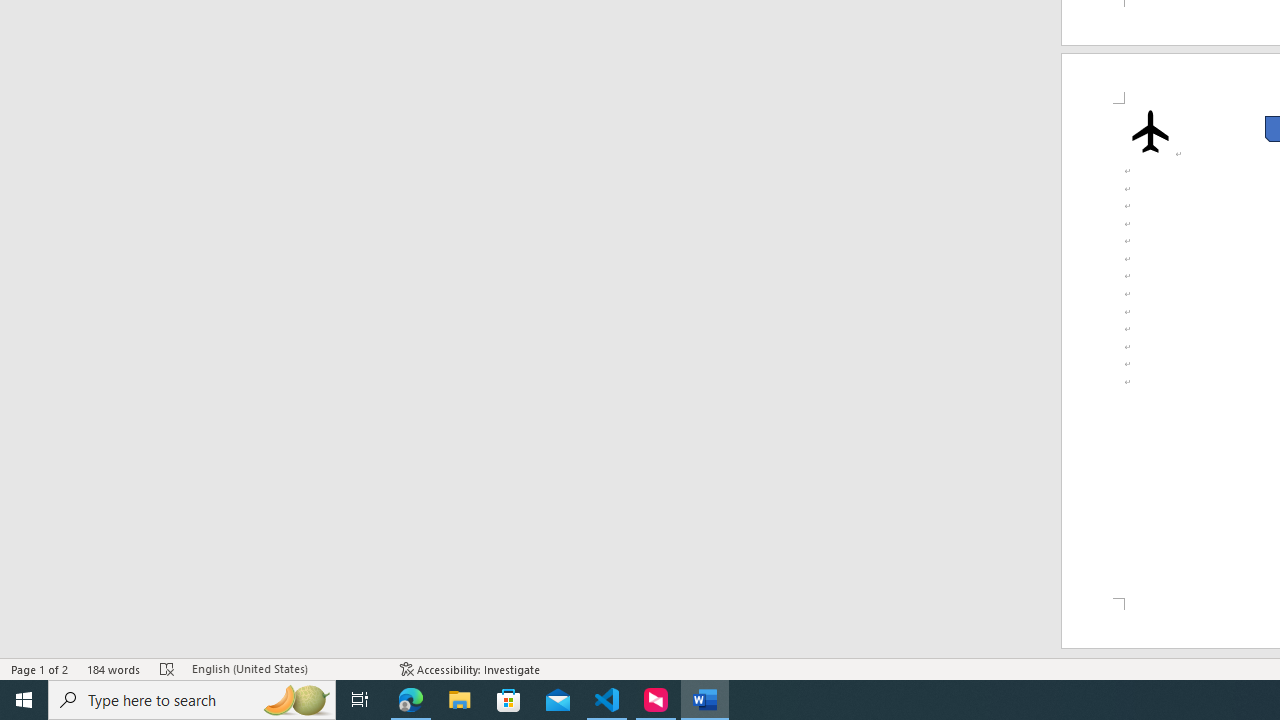 Image resolution: width=1280 pixels, height=720 pixels. Describe the element at coordinates (1150, 131) in the screenshot. I see `'Airplane with solid fill'` at that location.